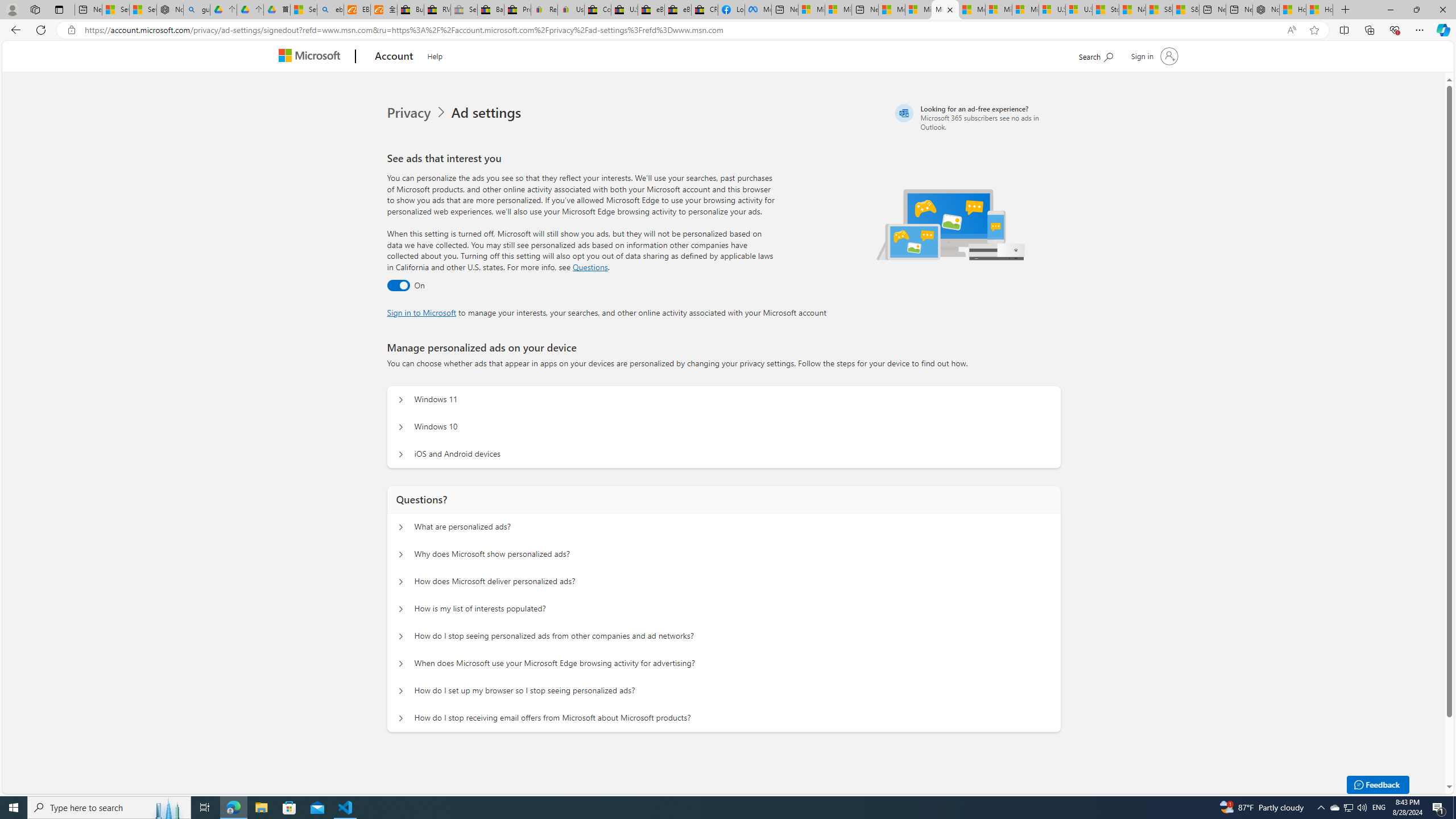 This screenshot has width=1456, height=819. What do you see at coordinates (401, 527) in the screenshot?
I see `'Questions? What are personalized ads?'` at bounding box center [401, 527].